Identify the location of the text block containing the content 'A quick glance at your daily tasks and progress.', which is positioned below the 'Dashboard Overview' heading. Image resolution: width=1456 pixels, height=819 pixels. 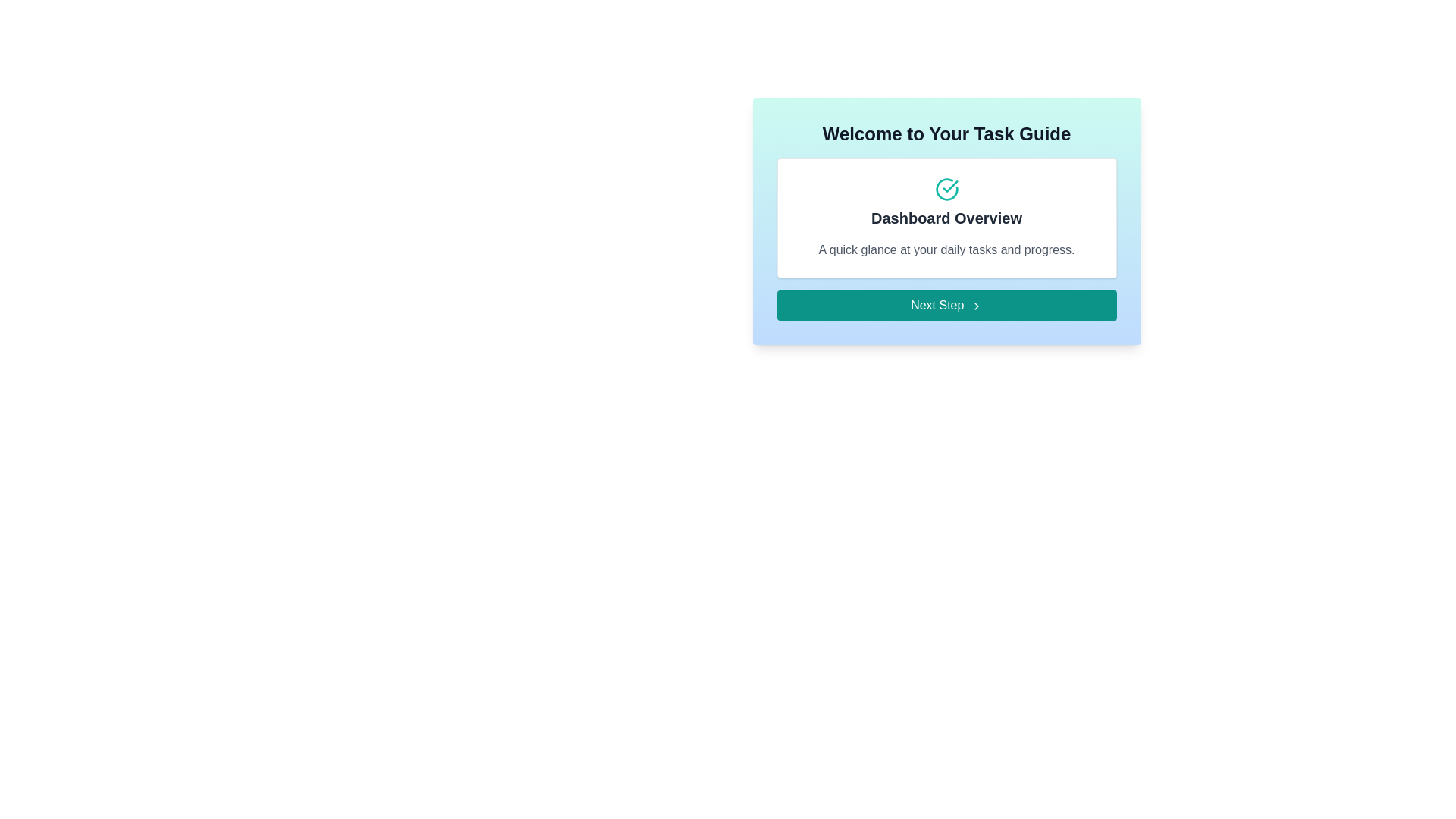
(946, 249).